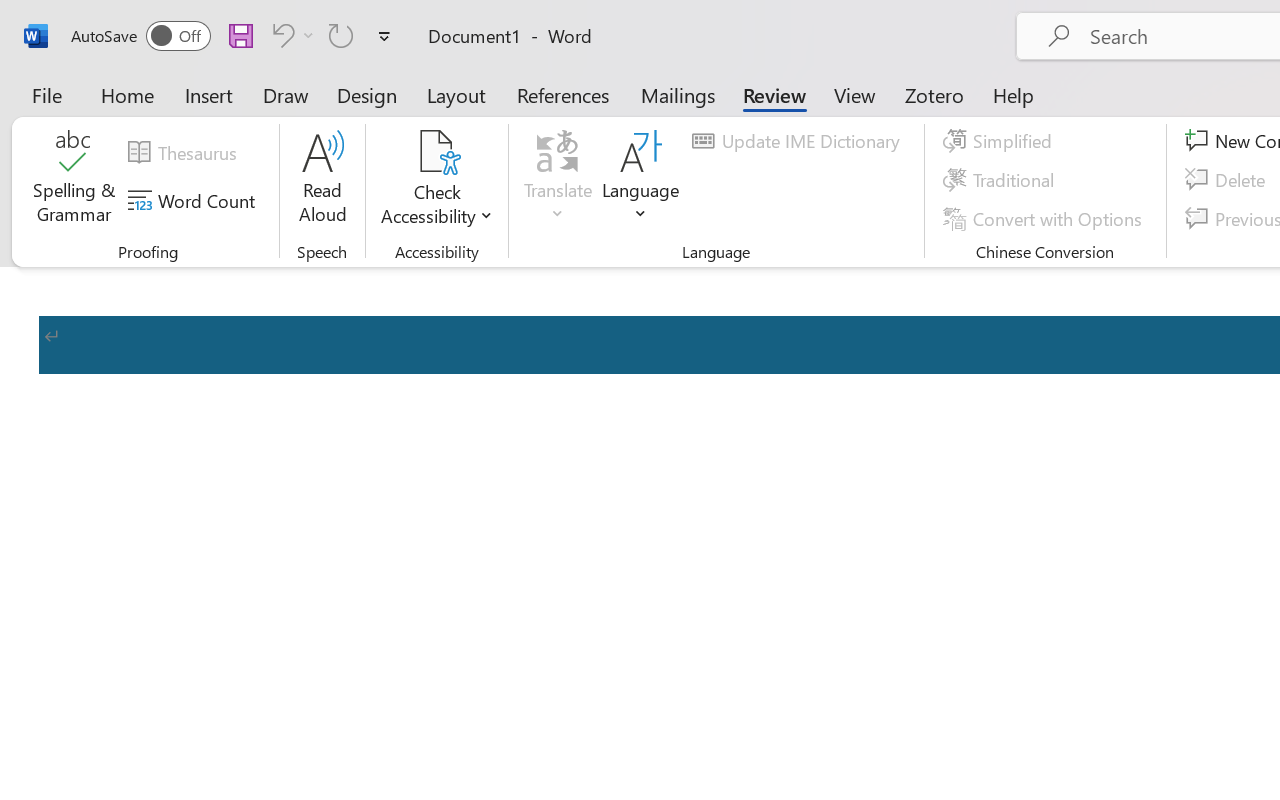  Describe the element at coordinates (1002, 179) in the screenshot. I see `'Traditional'` at that location.